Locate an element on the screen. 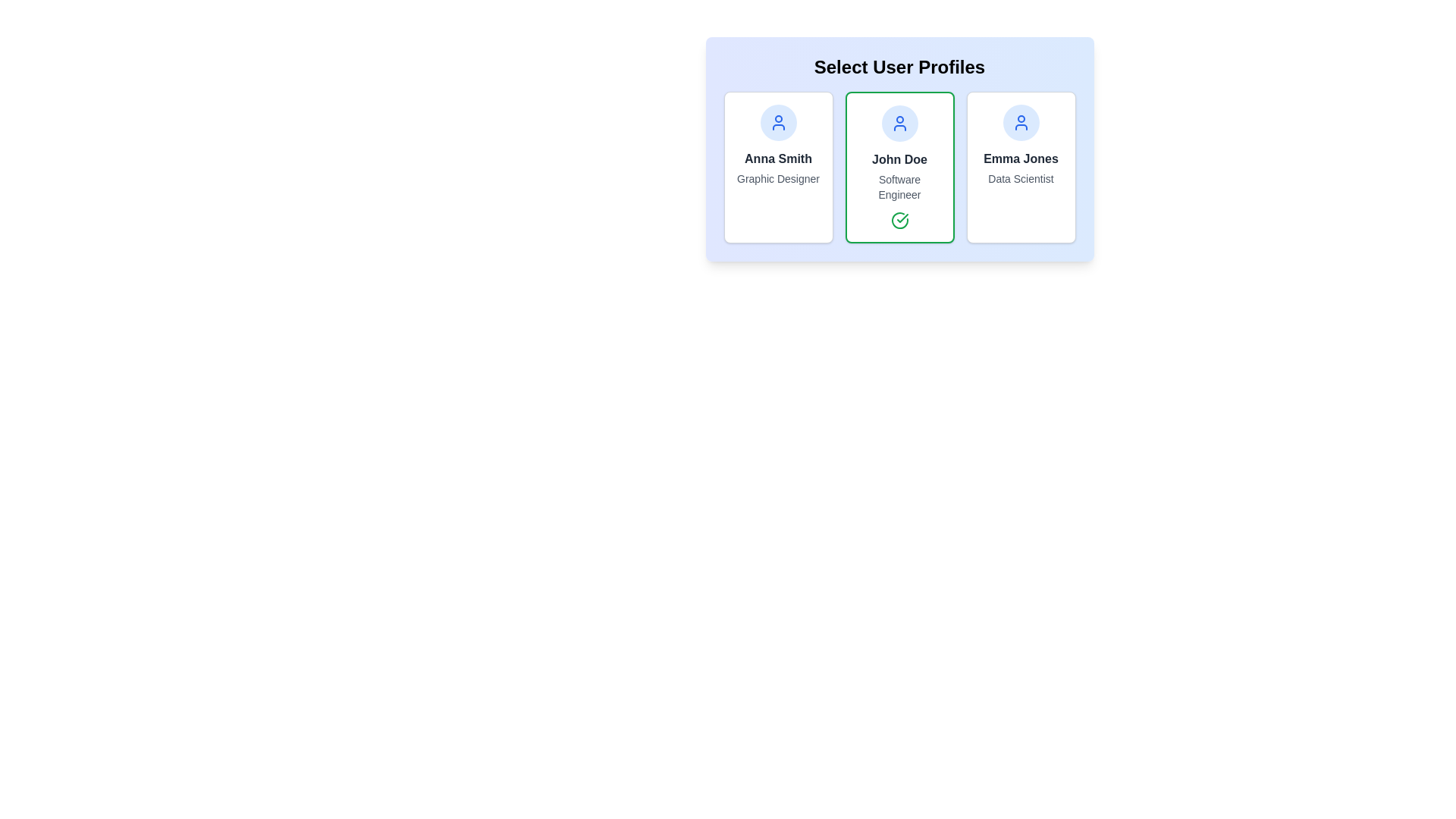 Image resolution: width=1456 pixels, height=819 pixels. the user profile Anna Smith is located at coordinates (778, 167).